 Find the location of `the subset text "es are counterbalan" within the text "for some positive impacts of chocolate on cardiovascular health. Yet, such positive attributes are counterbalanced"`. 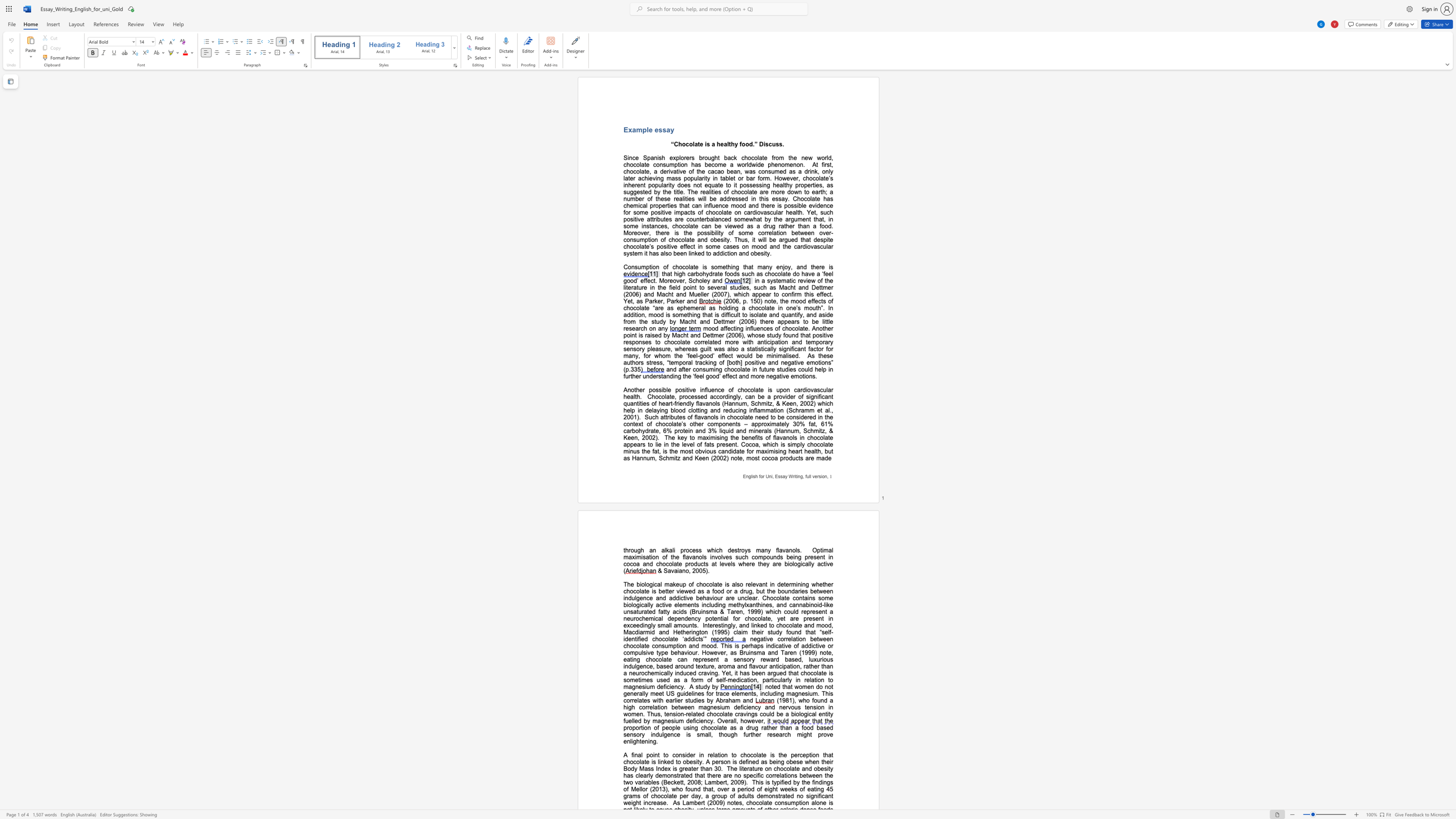

the subset text "es are counterbalan" within the text "for some positive impacts of chocolate on cardiovascular health. Yet, such positive attributes are counterbalanced" is located at coordinates (665, 219).